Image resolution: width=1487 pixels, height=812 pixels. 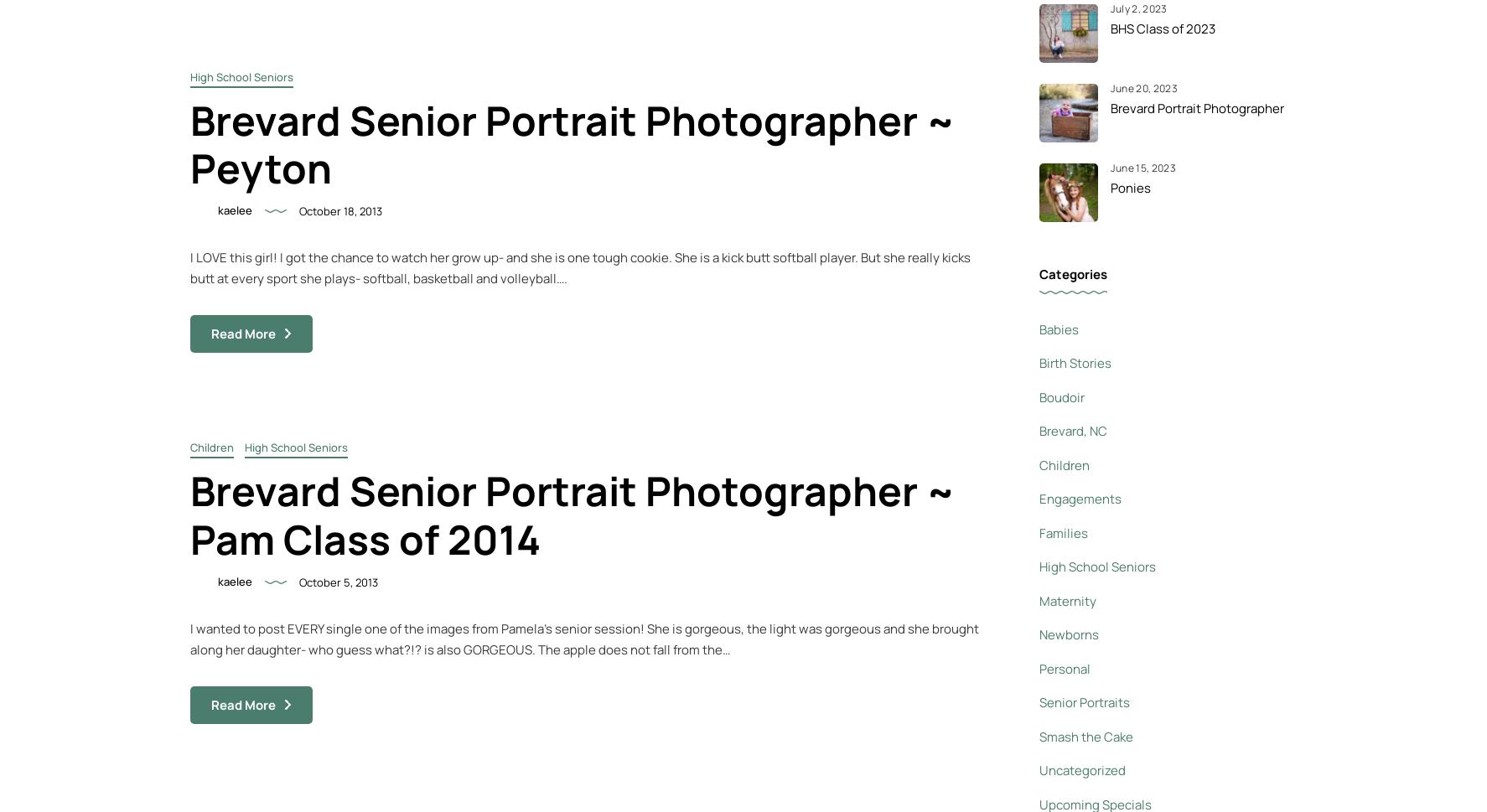 What do you see at coordinates (1038, 735) in the screenshot?
I see `'Smash the Cake'` at bounding box center [1038, 735].